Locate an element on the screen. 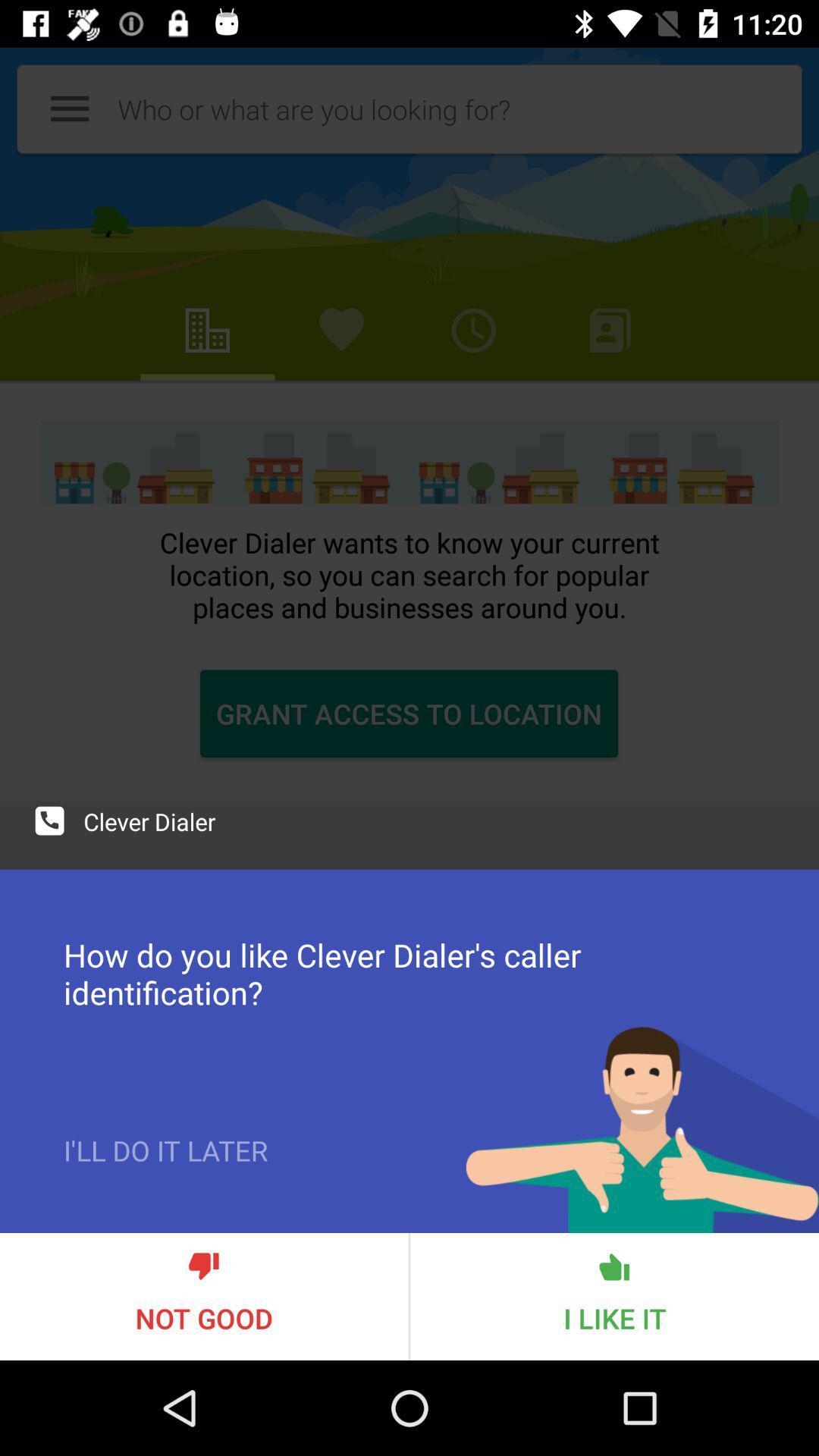 This screenshot has height=1456, width=819. icon above clever dialer icon is located at coordinates (409, 425).